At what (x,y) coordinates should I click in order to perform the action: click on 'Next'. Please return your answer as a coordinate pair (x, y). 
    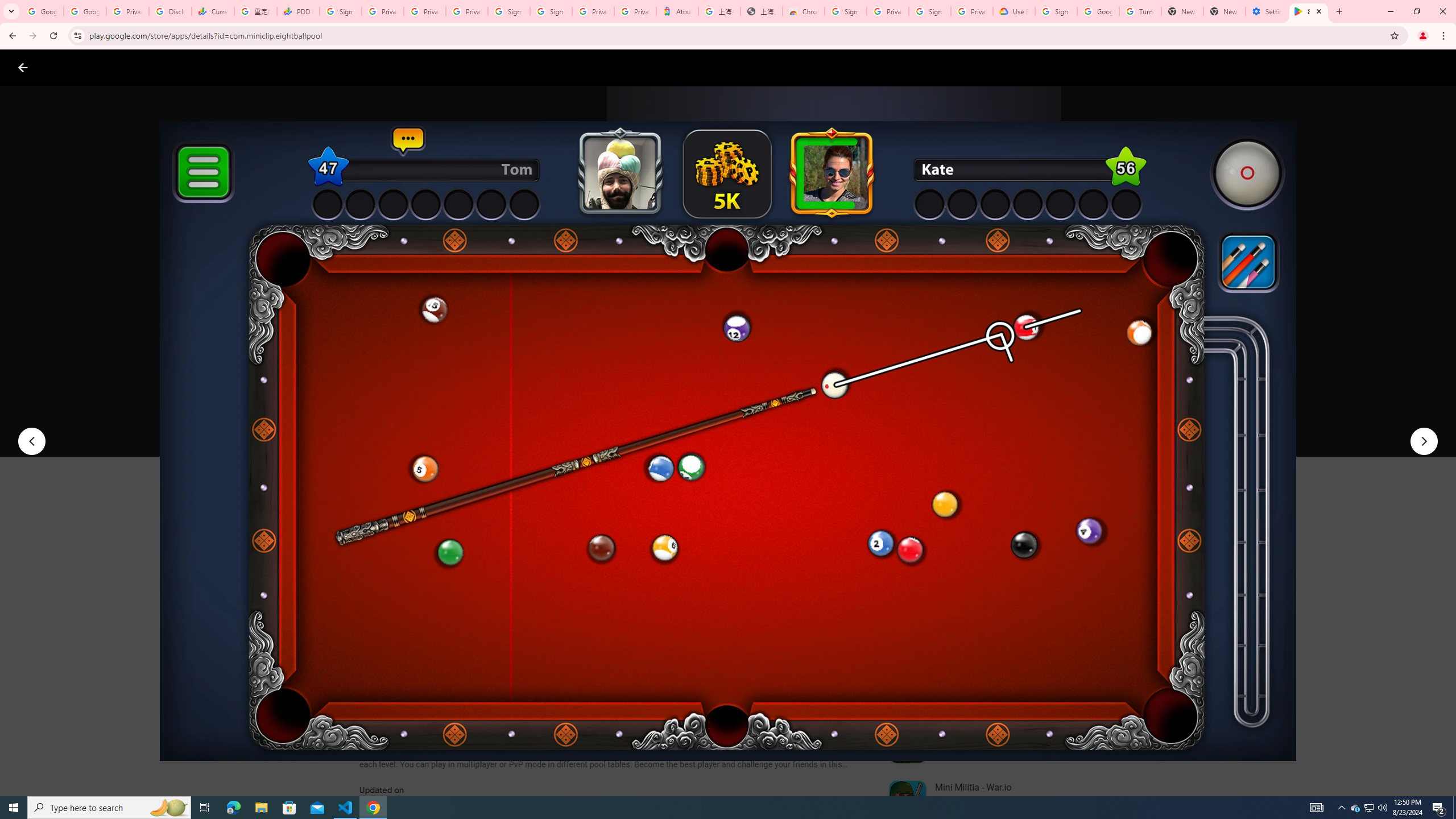
    Looking at the image, I should click on (1424, 441).